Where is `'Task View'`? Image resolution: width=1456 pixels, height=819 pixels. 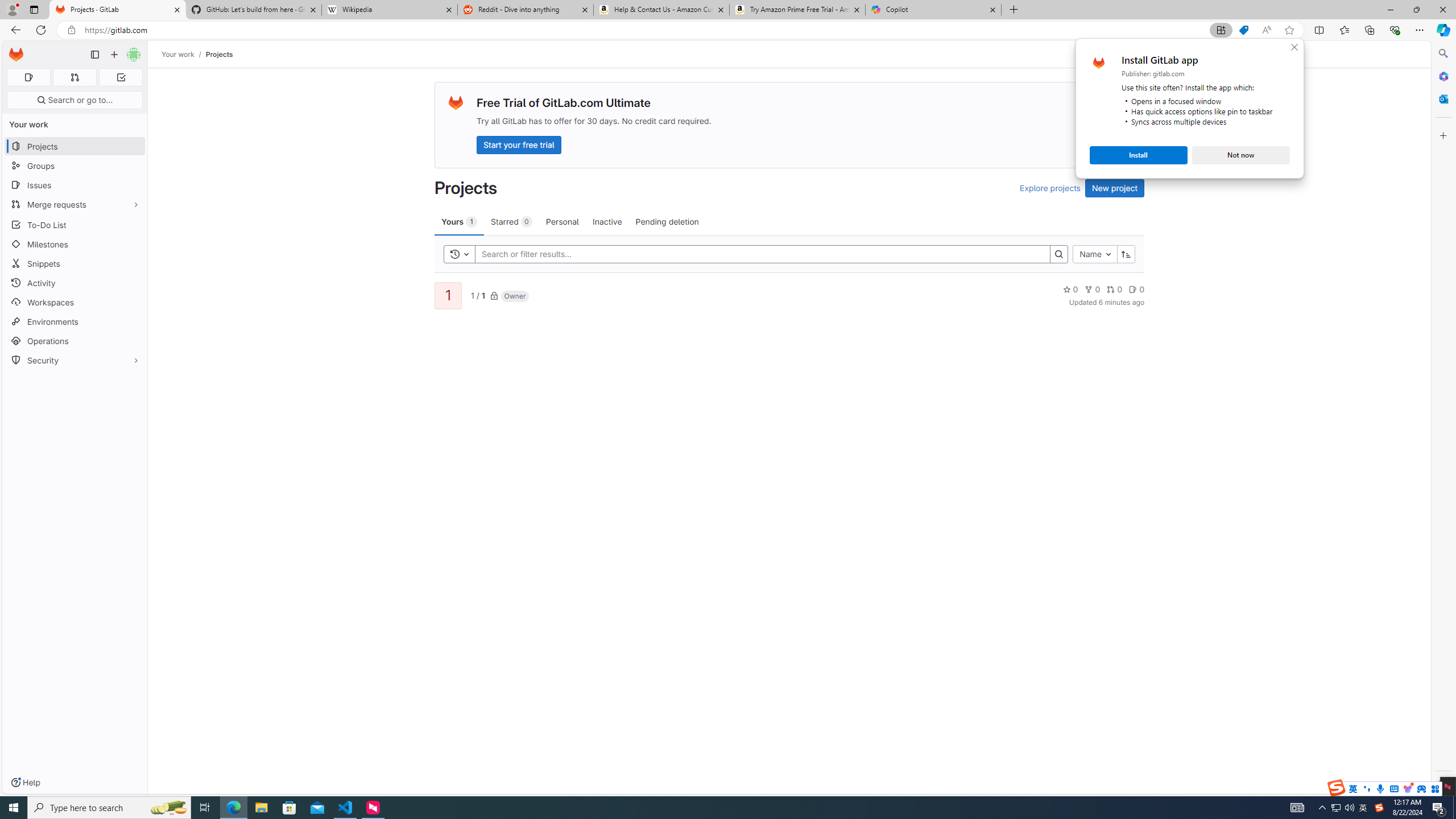 'Task View' is located at coordinates (204, 806).